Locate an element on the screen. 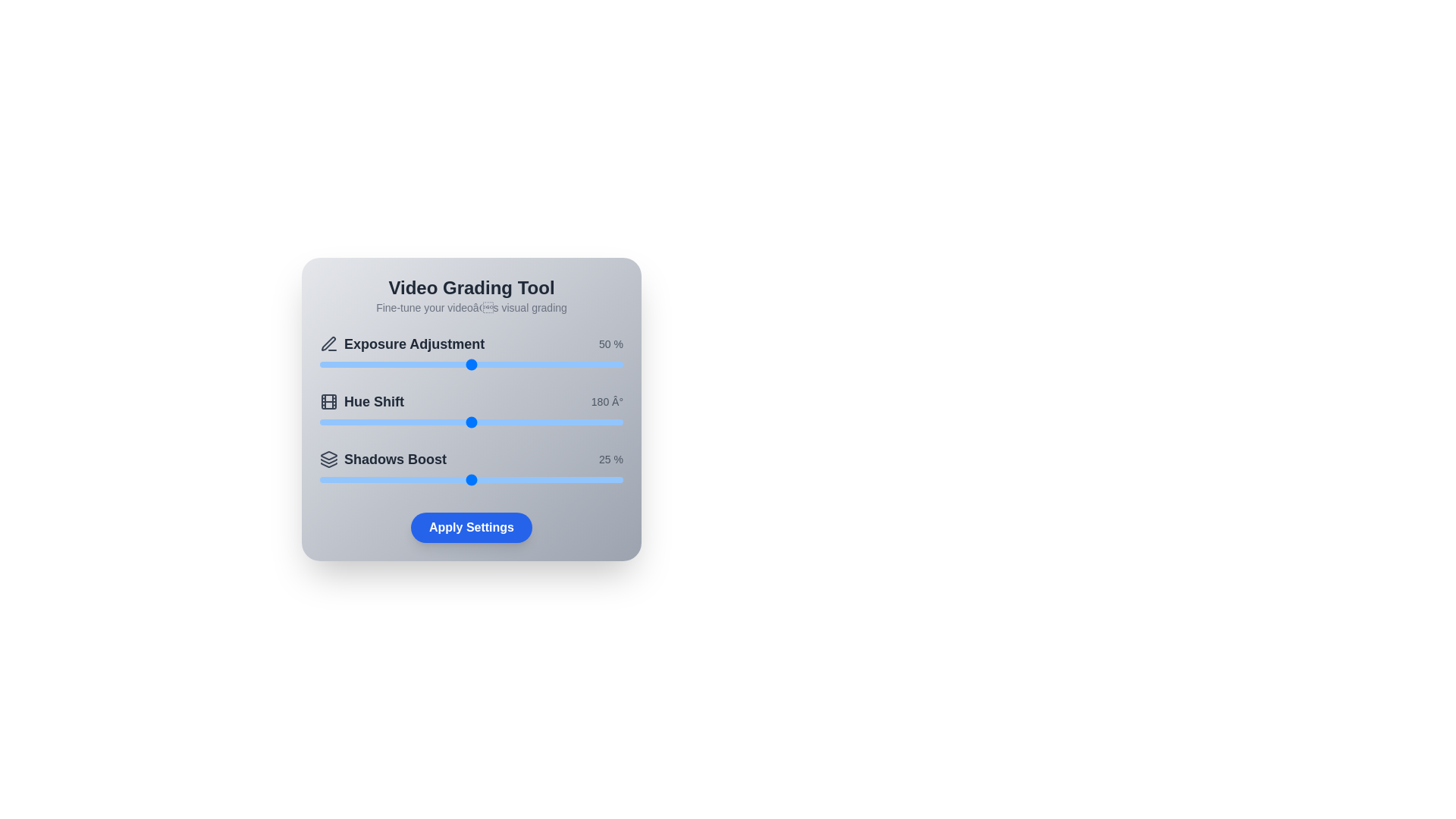 The width and height of the screenshot is (1456, 819). the hue shift is located at coordinates (372, 422).